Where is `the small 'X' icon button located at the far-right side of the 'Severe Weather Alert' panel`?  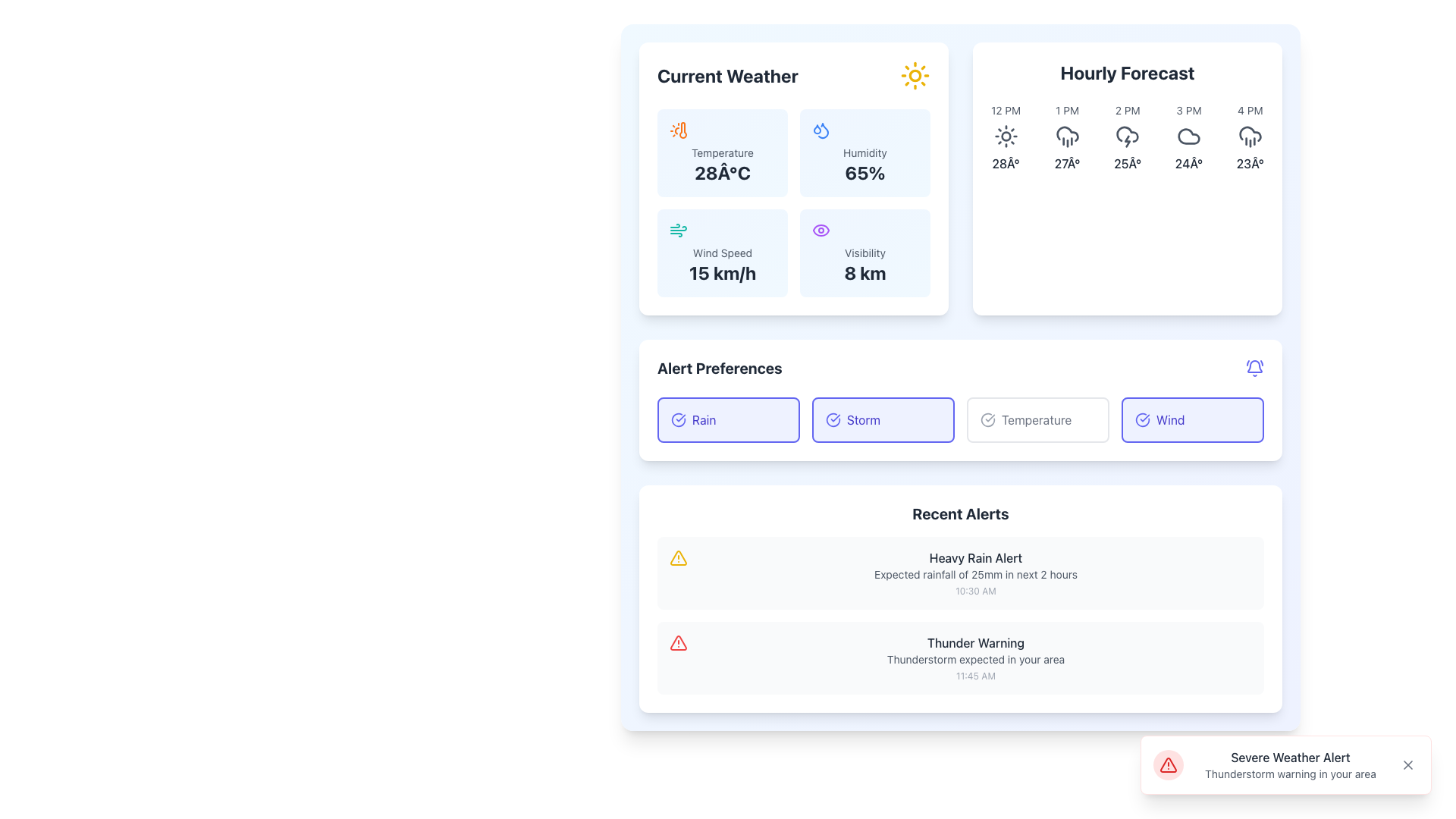
the small 'X' icon button located at the far-right side of the 'Severe Weather Alert' panel is located at coordinates (1407, 765).